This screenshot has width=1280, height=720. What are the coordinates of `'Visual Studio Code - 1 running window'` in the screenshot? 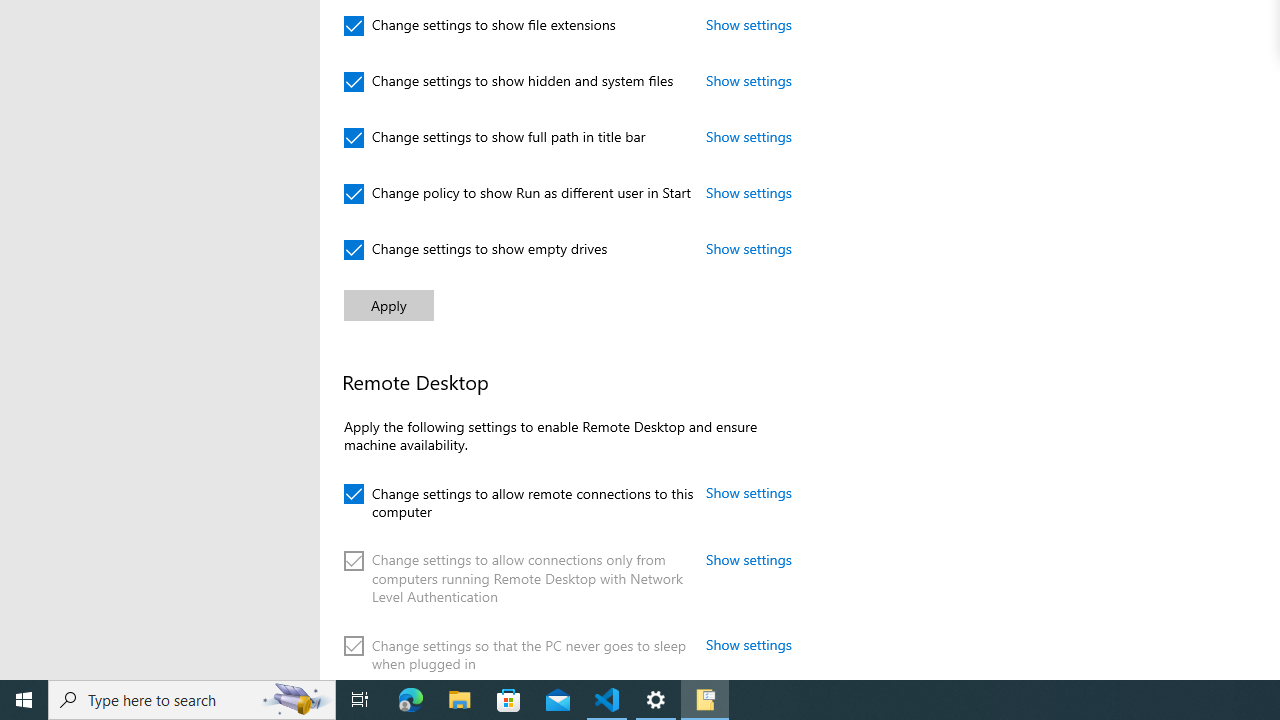 It's located at (606, 698).